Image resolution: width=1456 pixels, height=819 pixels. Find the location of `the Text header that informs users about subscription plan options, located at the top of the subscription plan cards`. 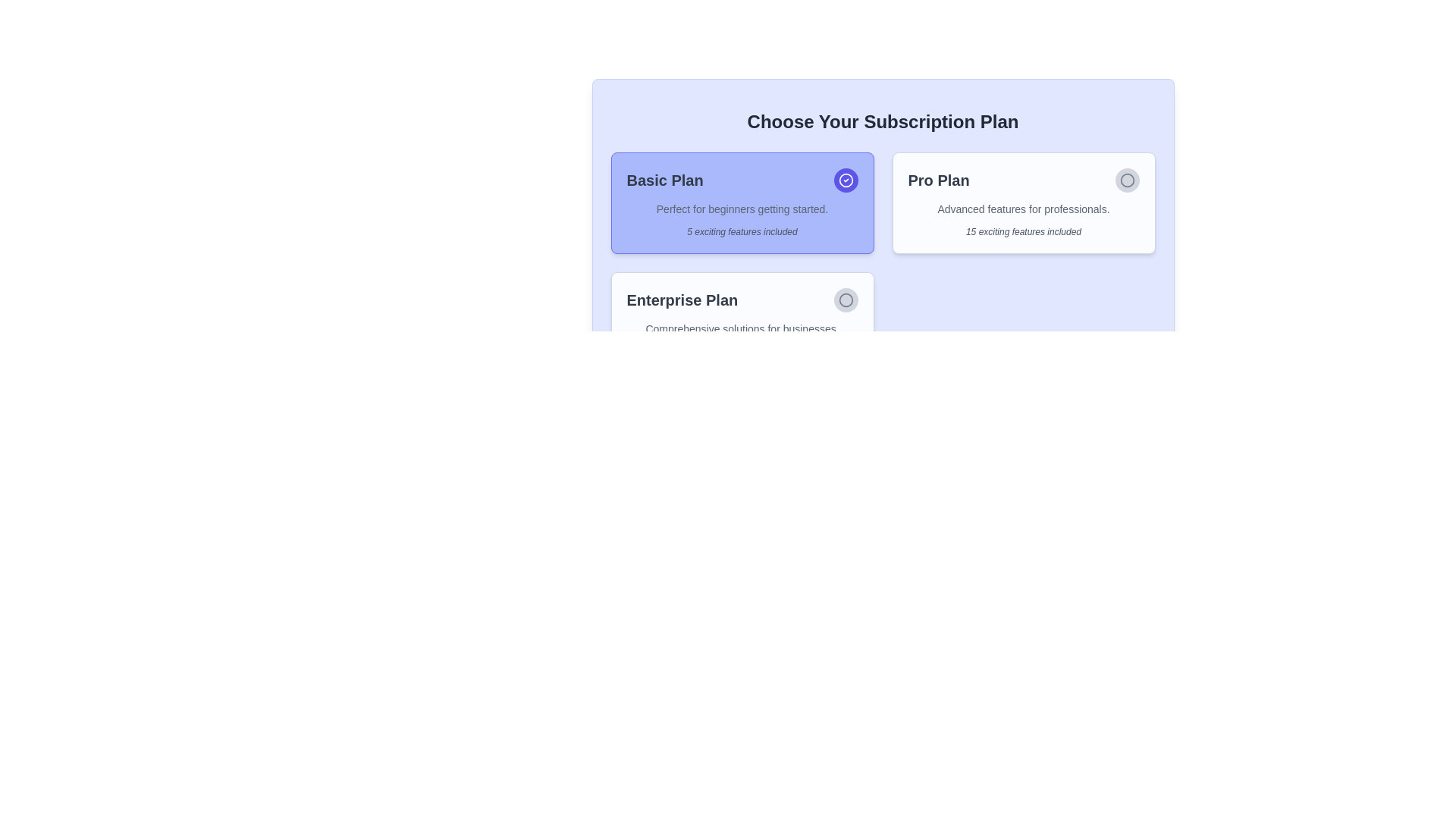

the Text header that informs users about subscription plan options, located at the top of the subscription plan cards is located at coordinates (883, 121).